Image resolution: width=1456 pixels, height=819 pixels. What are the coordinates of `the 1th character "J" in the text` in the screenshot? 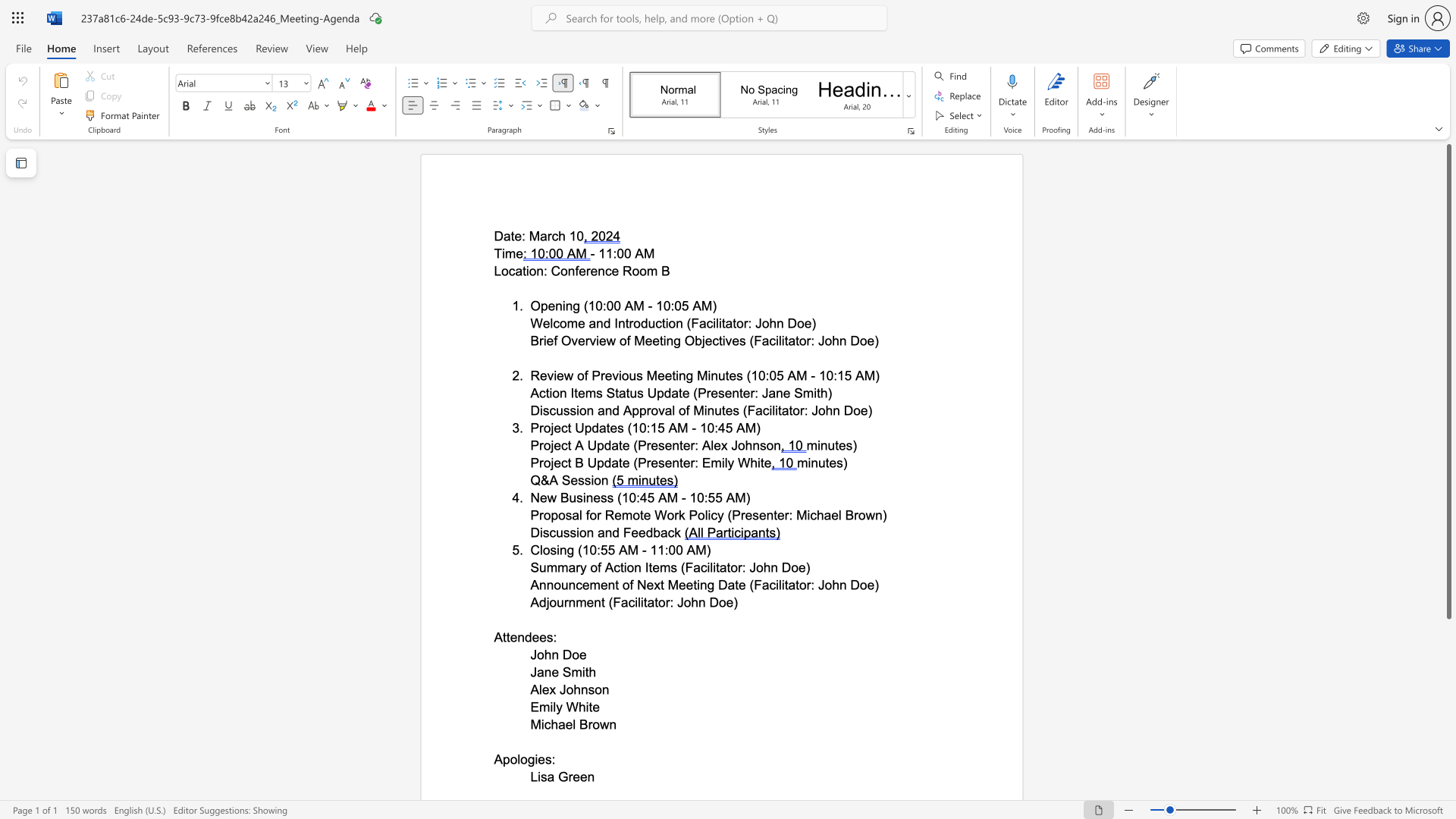 It's located at (533, 671).